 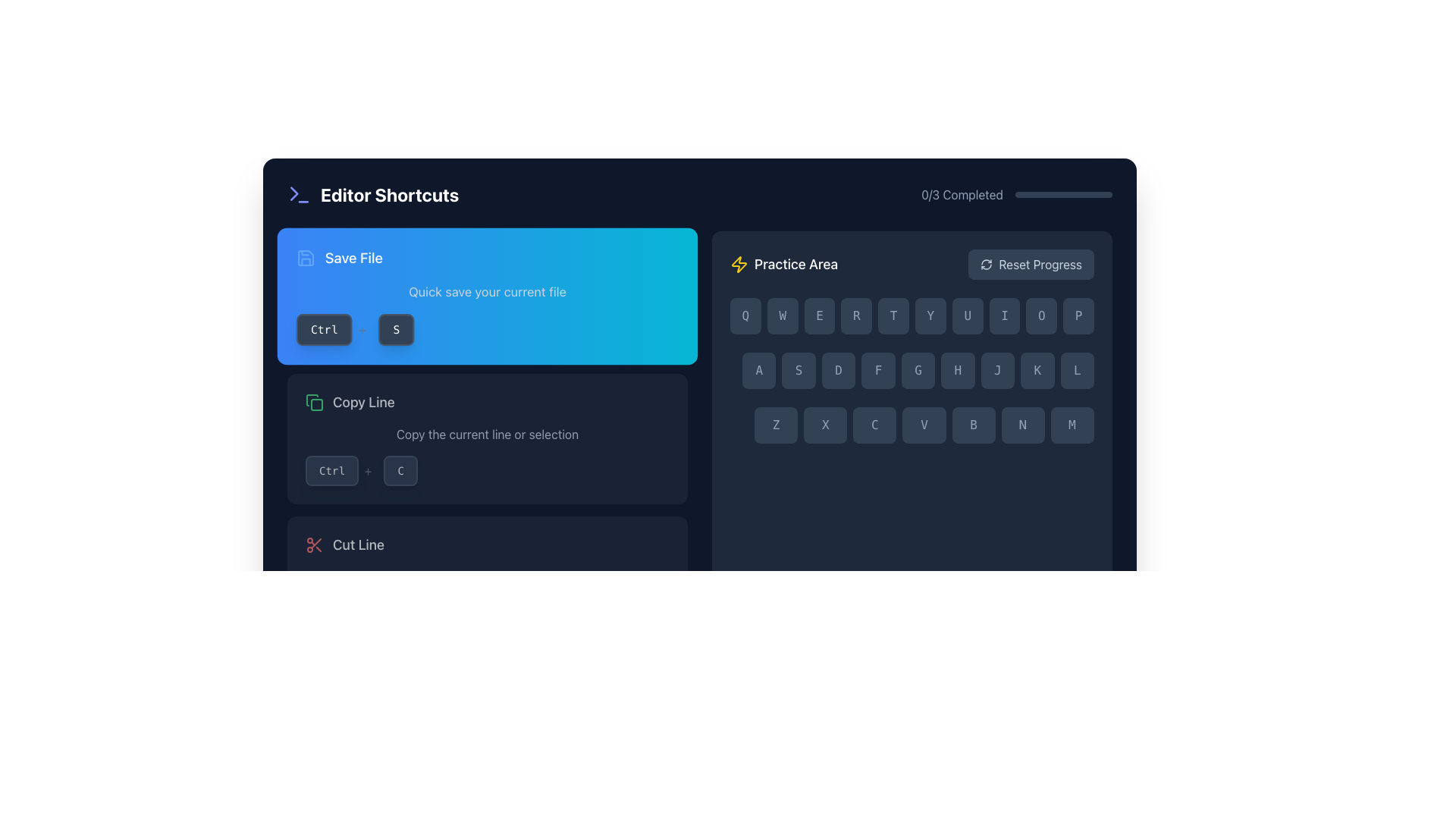 What do you see at coordinates (798, 371) in the screenshot?
I see `the second button in the sequence of nine buttons located in the 'Practice Area' section on the right side of the interface` at bounding box center [798, 371].